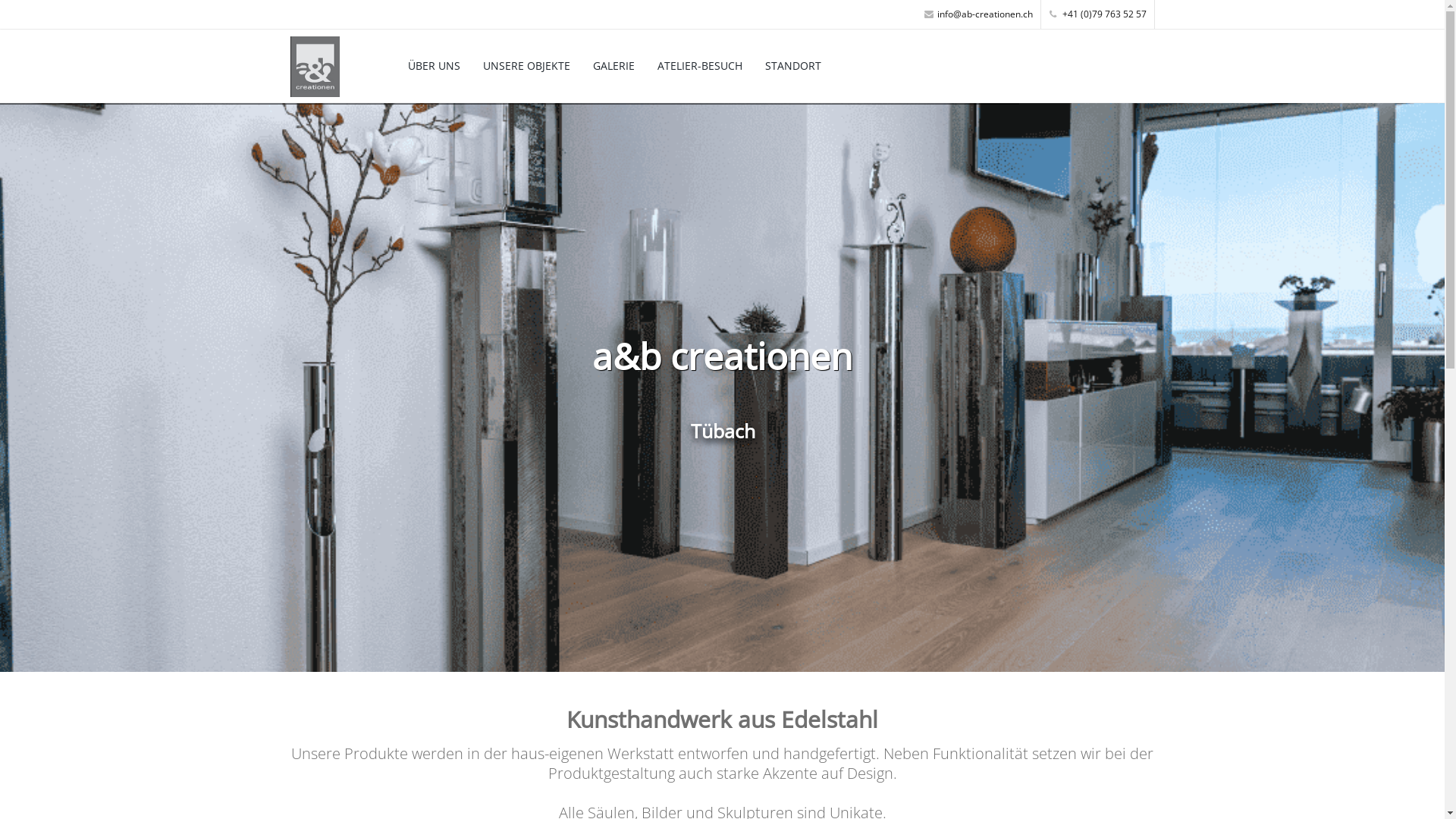 The image size is (1456, 819). I want to click on 'STANDORT', so click(792, 65).